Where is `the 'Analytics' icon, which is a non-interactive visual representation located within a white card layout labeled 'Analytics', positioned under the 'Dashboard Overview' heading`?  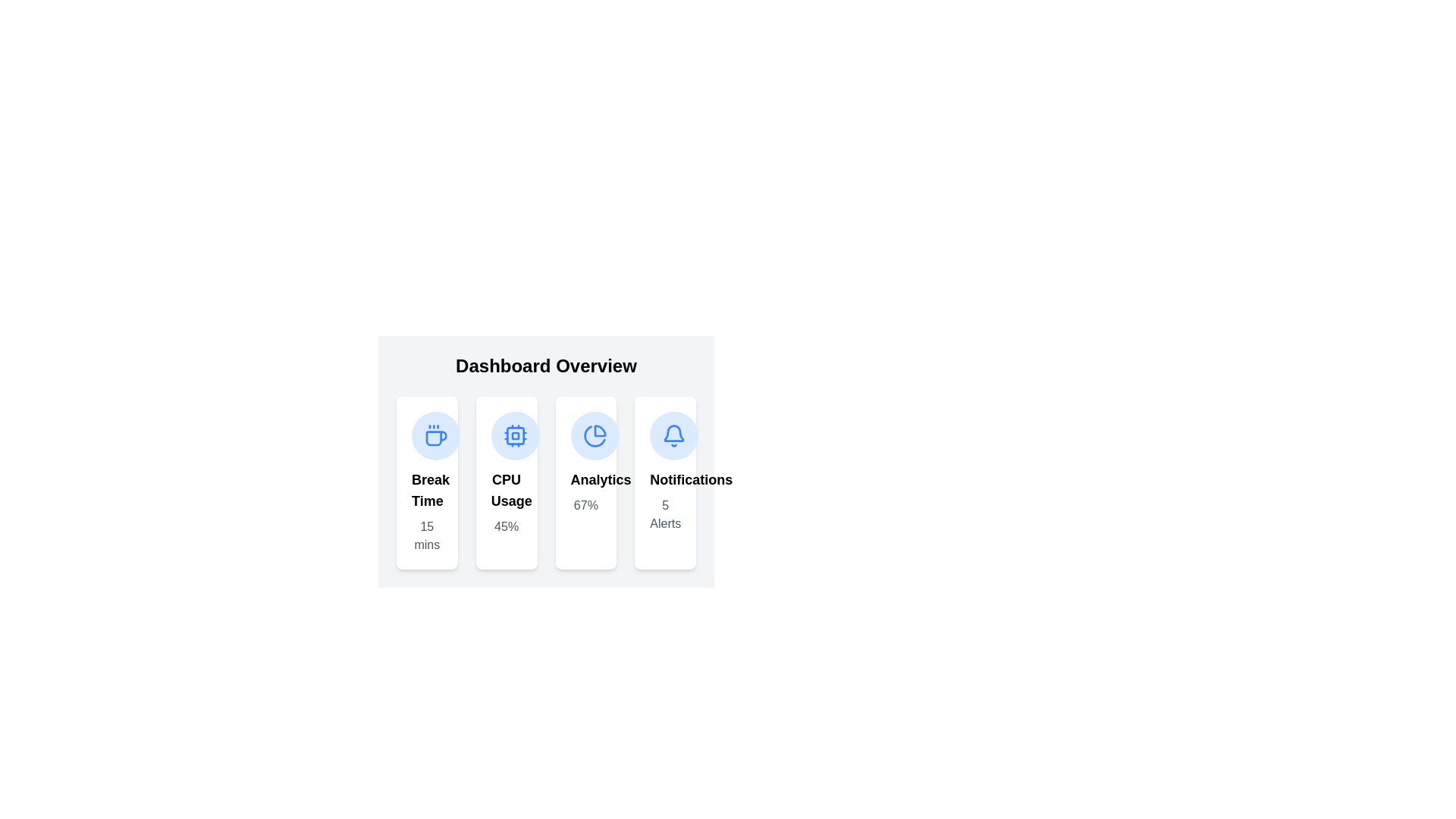 the 'Analytics' icon, which is a non-interactive visual representation located within a white card layout labeled 'Analytics', positioned under the 'Dashboard Overview' heading is located at coordinates (594, 435).